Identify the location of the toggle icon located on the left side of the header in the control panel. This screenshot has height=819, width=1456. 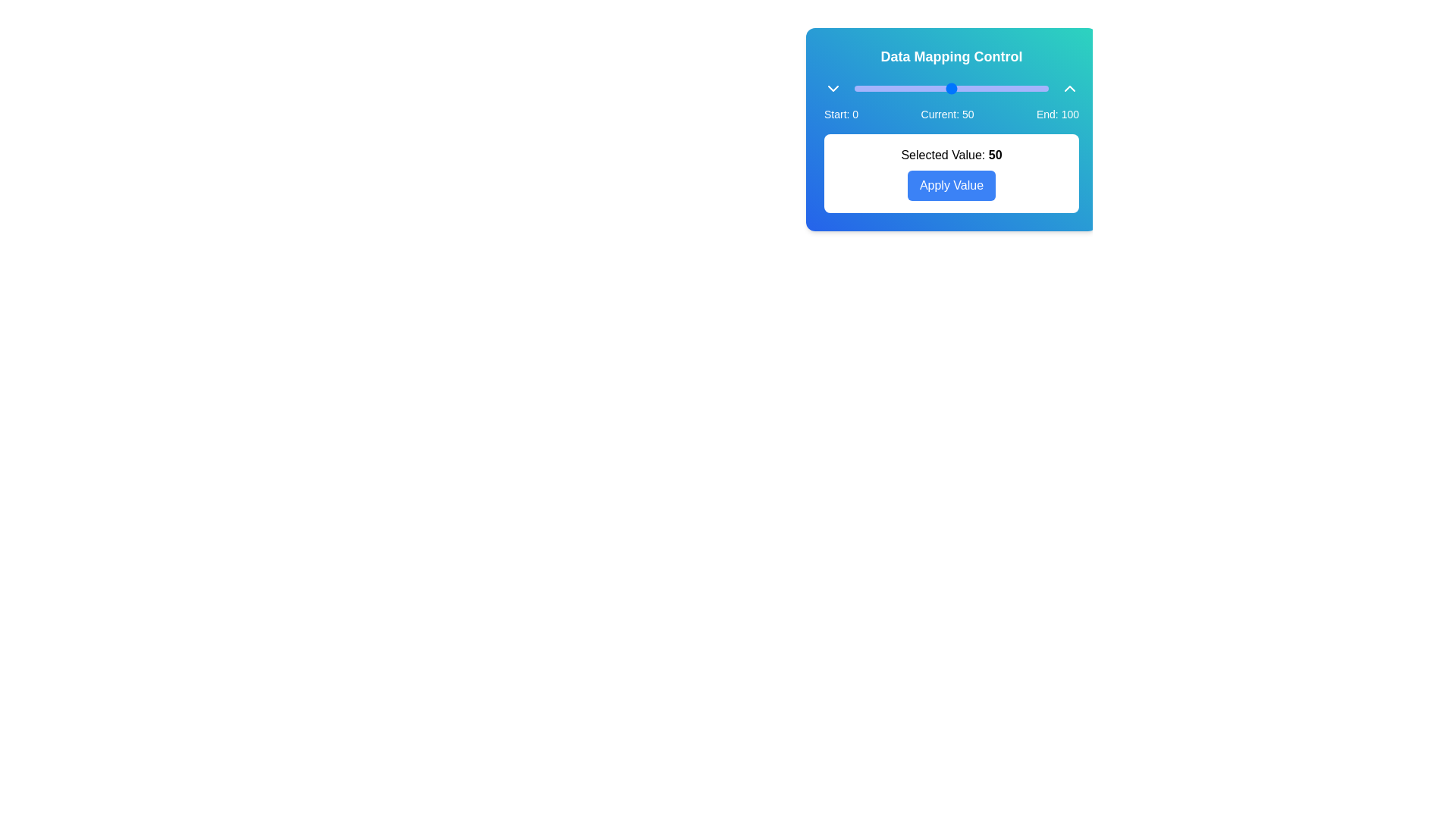
(833, 88).